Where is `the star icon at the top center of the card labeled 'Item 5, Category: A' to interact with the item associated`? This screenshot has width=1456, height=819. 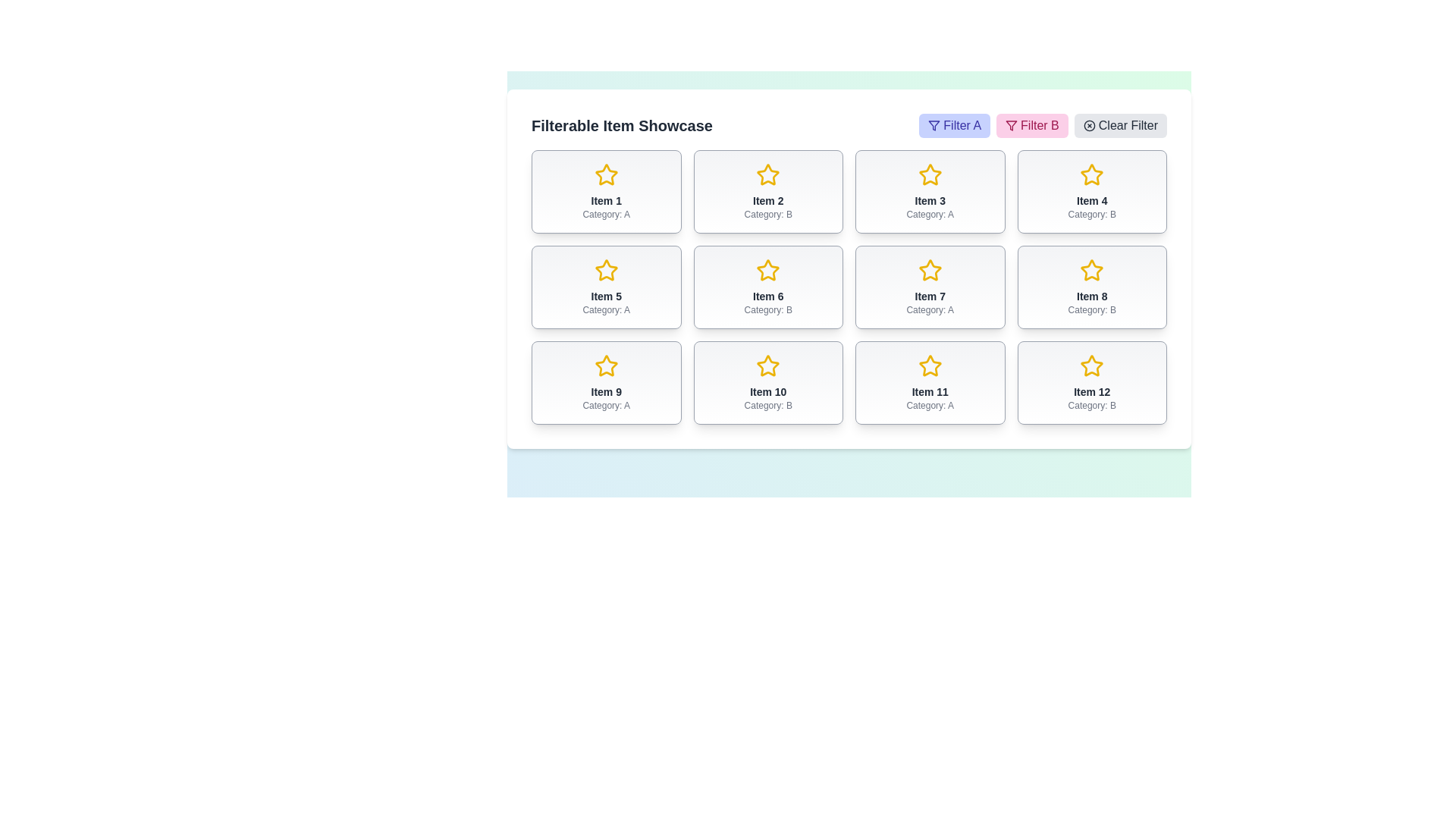
the star icon at the top center of the card labeled 'Item 5, Category: A' to interact with the item associated is located at coordinates (605, 270).